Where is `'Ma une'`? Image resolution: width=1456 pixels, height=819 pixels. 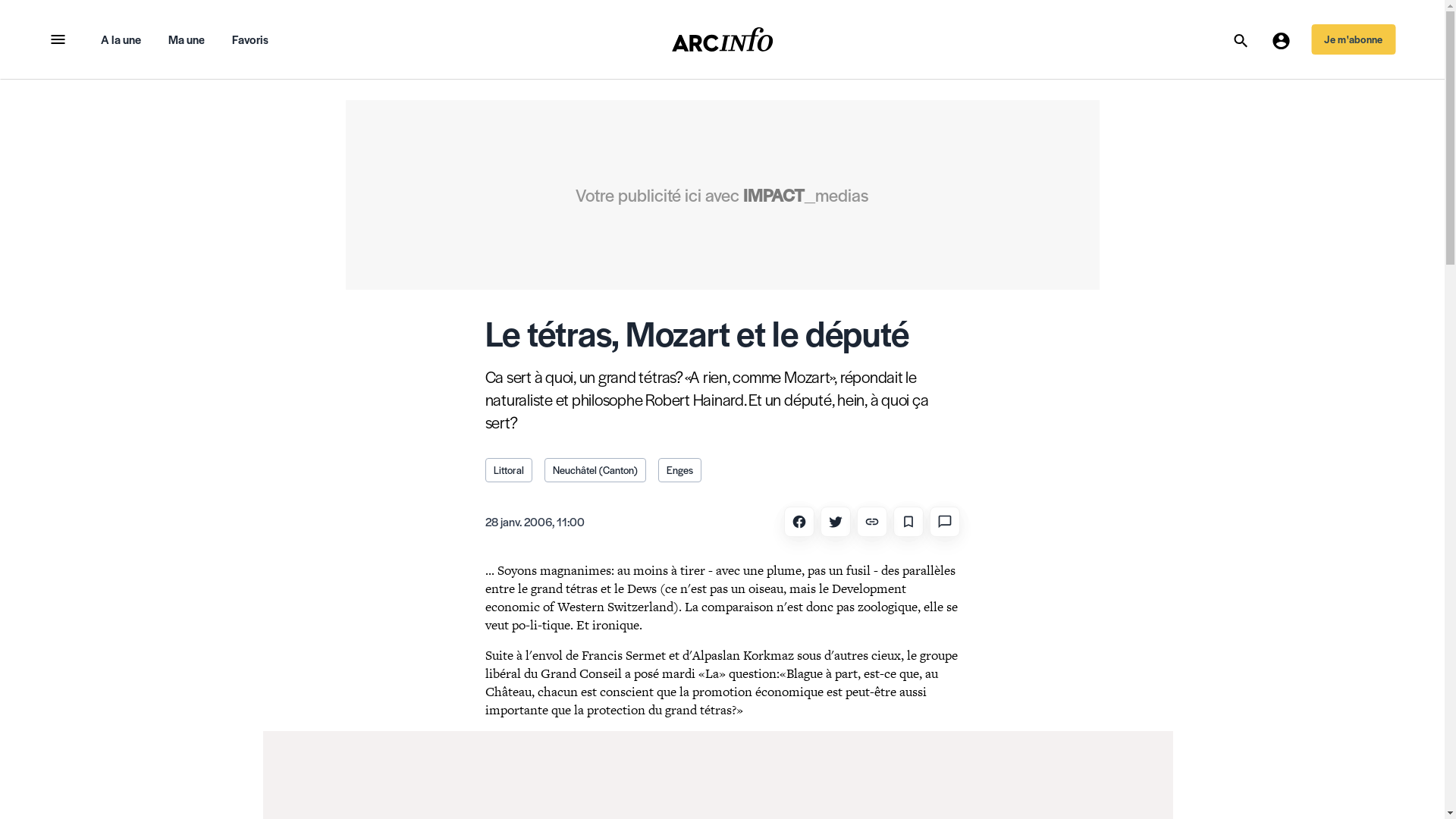 'Ma une' is located at coordinates (185, 38).